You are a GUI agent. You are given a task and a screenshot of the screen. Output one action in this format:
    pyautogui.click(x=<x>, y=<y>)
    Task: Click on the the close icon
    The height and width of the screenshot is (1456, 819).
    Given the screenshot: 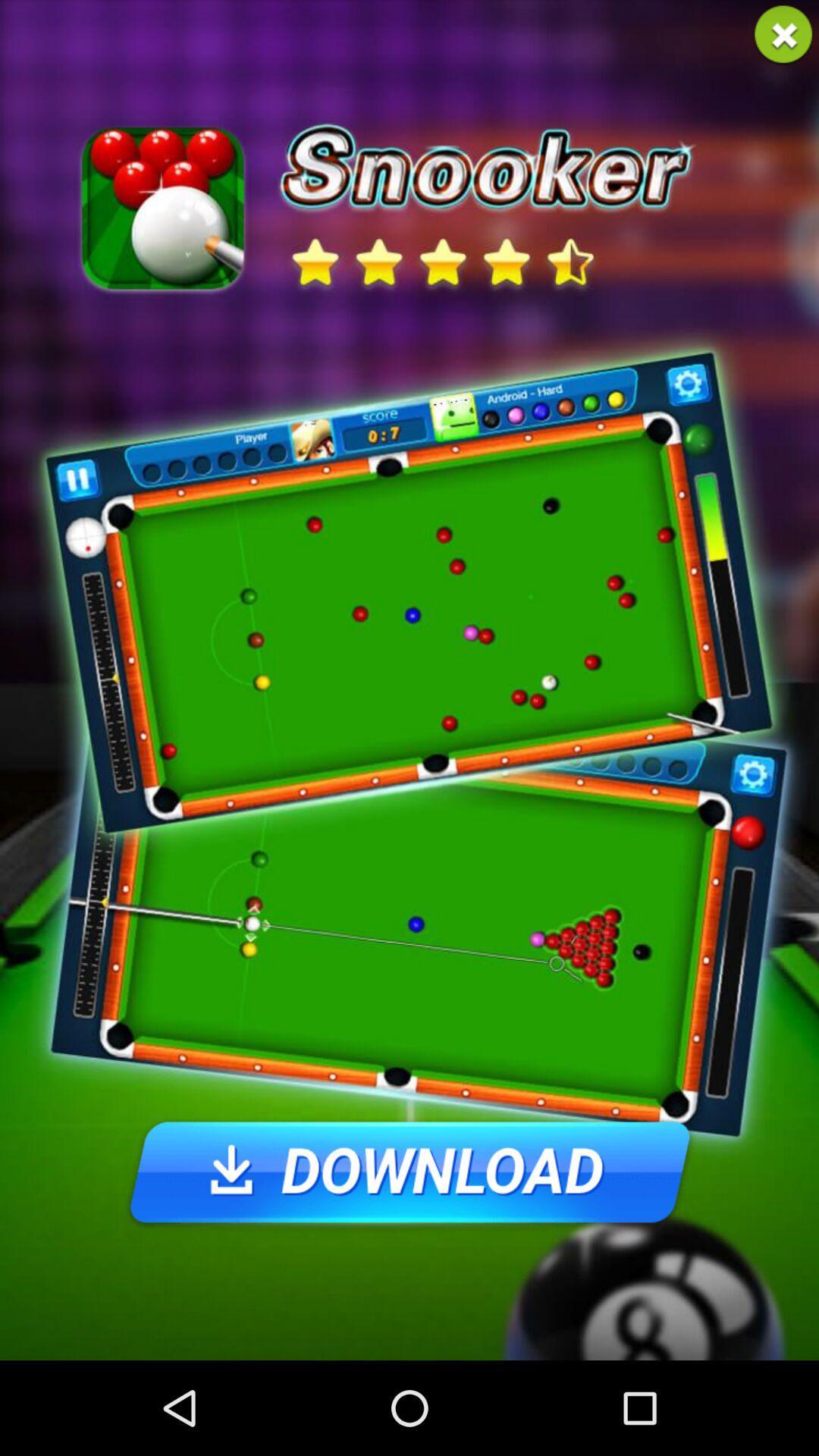 What is the action you would take?
    pyautogui.click(x=783, y=38)
    